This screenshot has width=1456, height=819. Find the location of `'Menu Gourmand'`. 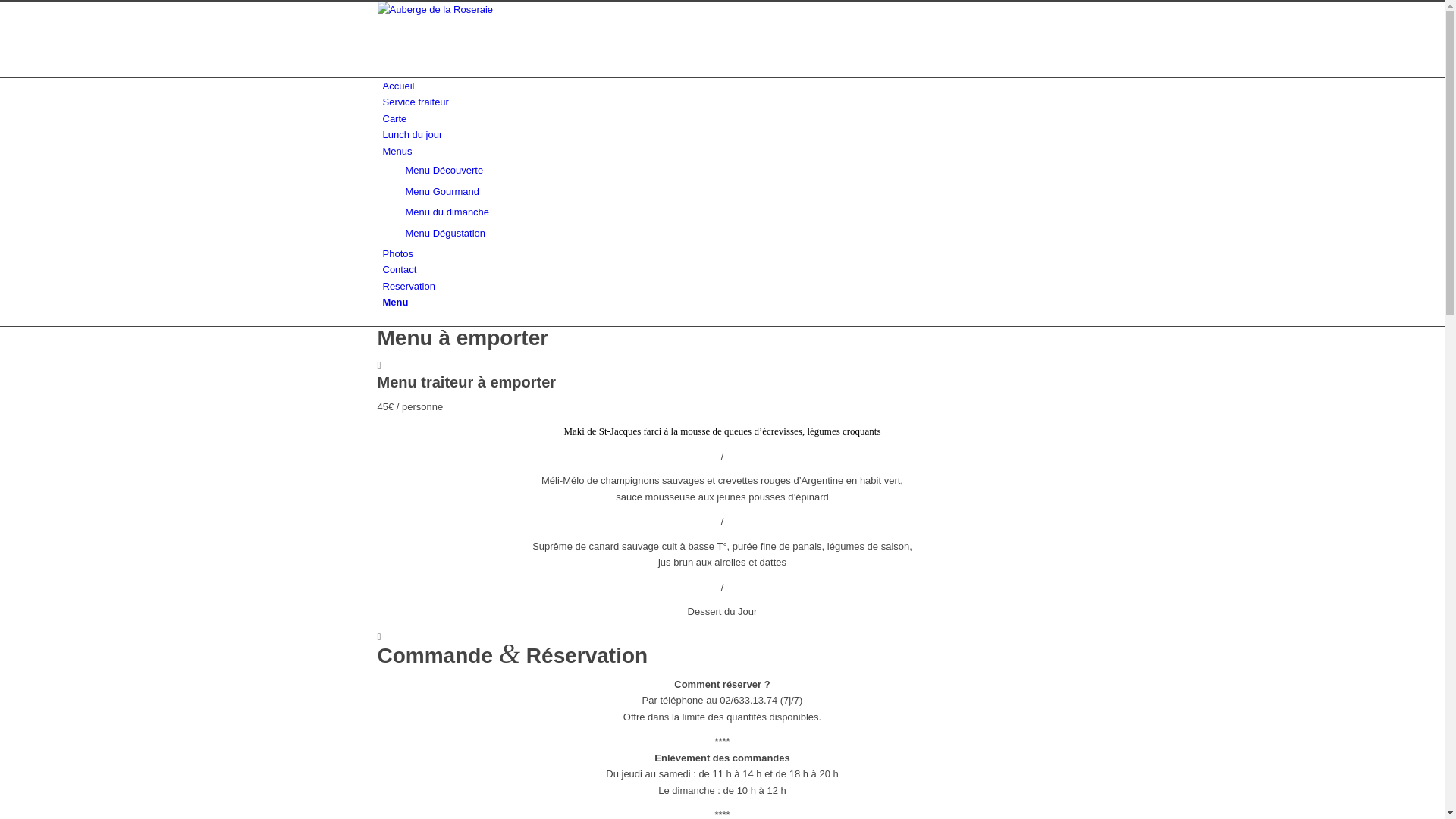

'Menu Gourmand' is located at coordinates (441, 190).